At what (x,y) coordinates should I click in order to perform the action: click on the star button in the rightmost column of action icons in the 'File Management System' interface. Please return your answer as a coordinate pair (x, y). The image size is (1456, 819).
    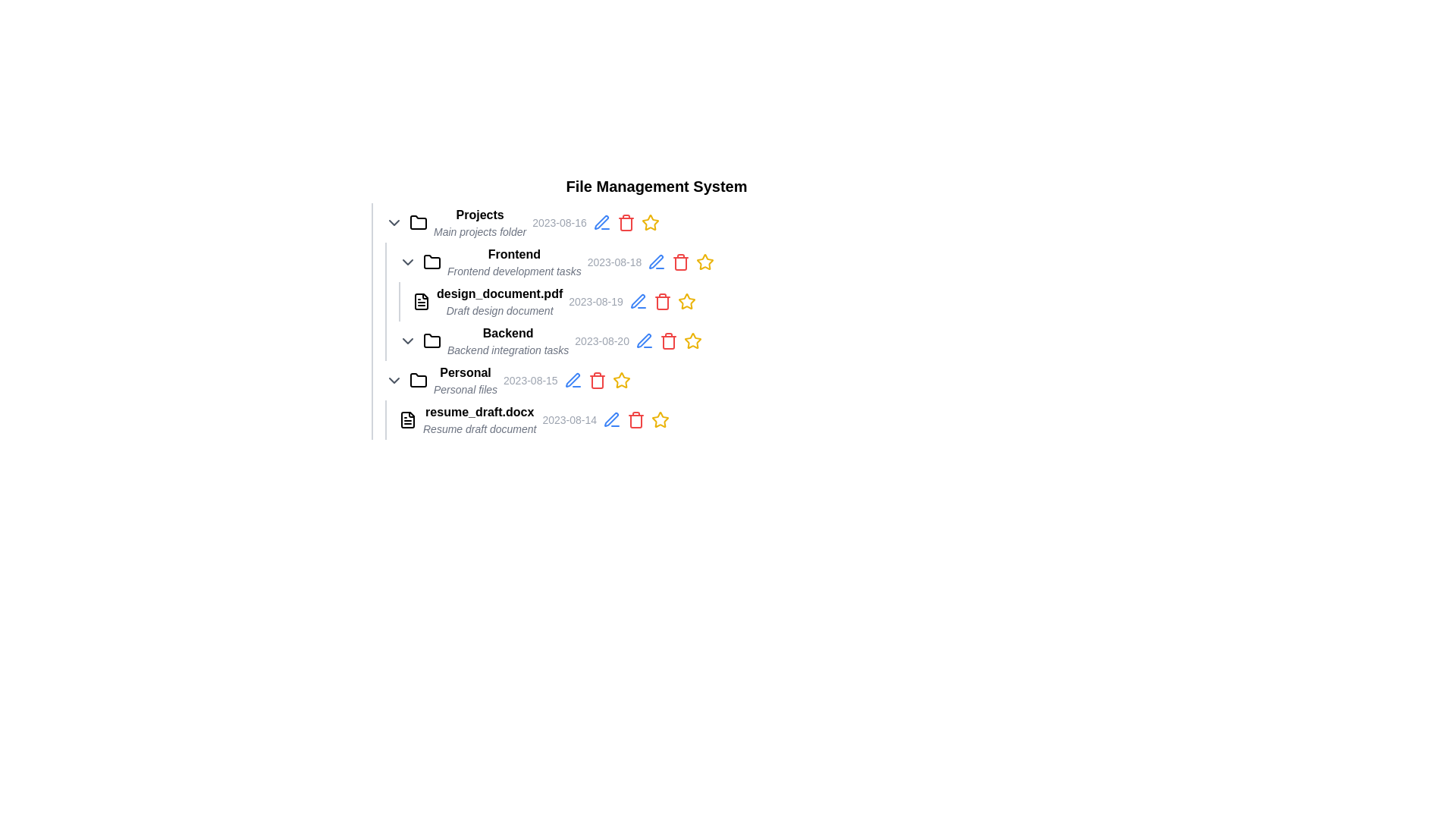
    Looking at the image, I should click on (704, 261).